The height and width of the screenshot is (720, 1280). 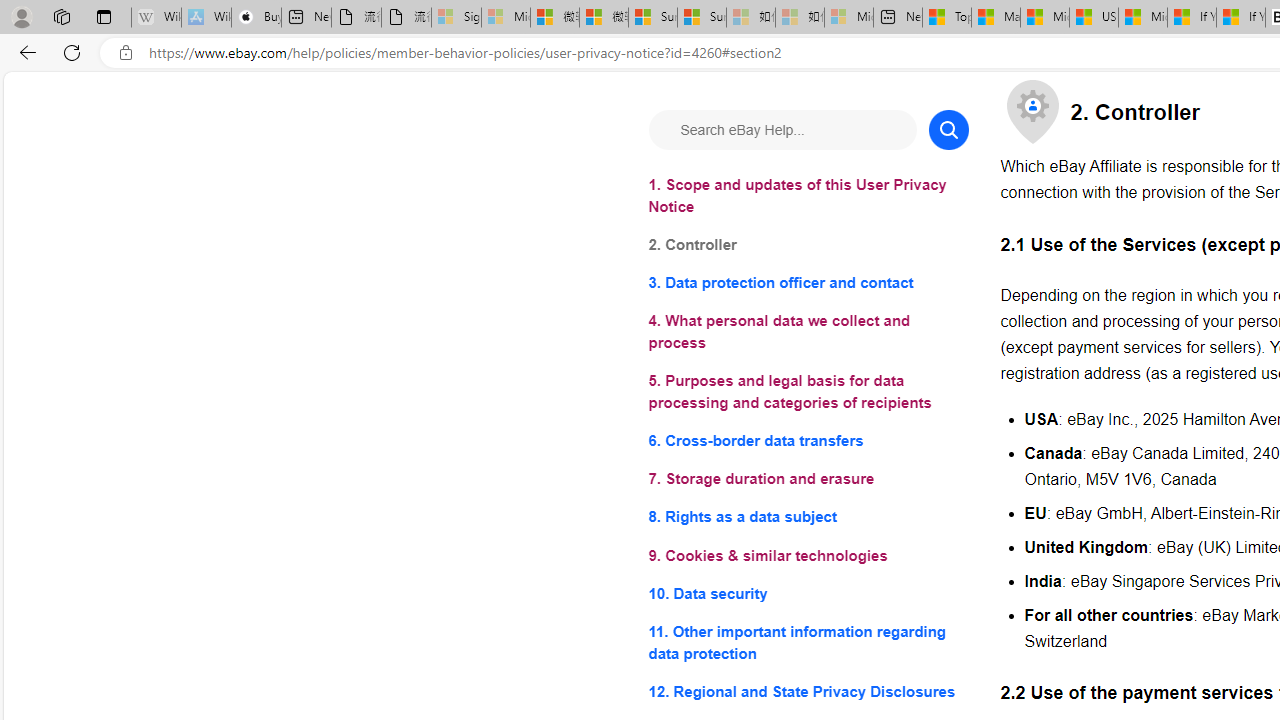 I want to click on '8. Rights as a data subject', so click(x=808, y=516).